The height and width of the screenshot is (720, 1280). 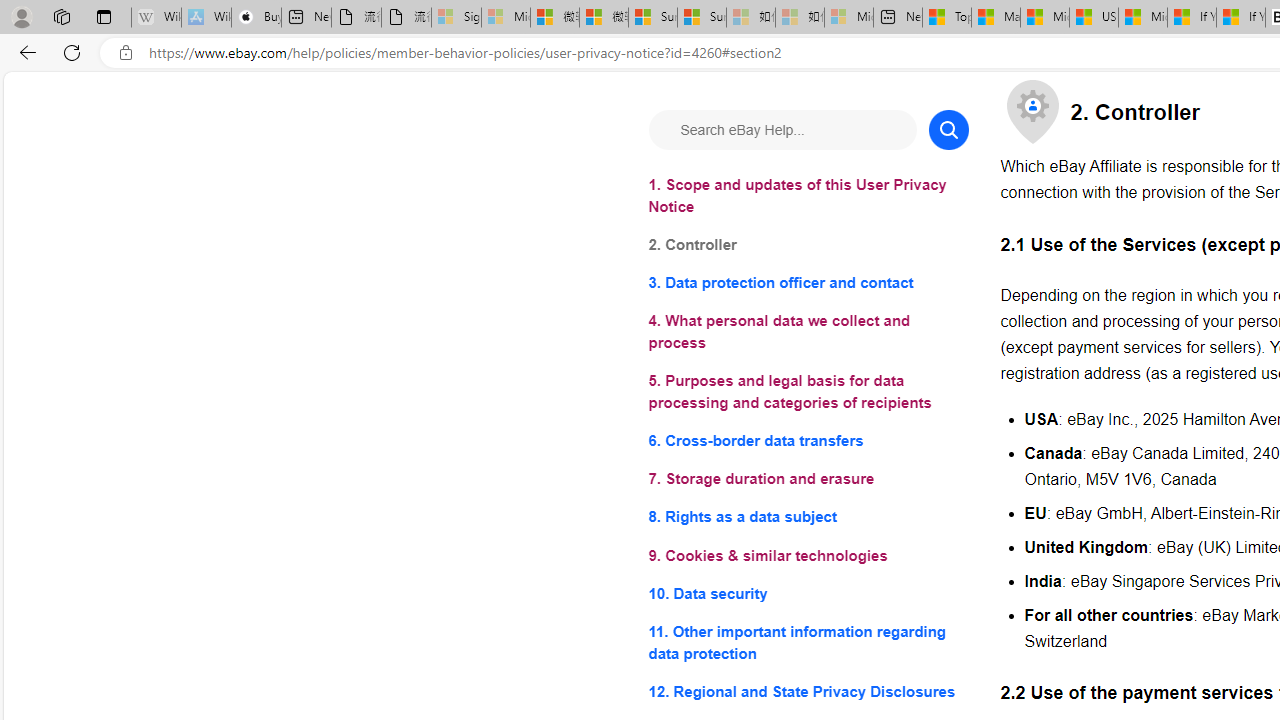 I want to click on '8. Rights as a data subject', so click(x=808, y=516).